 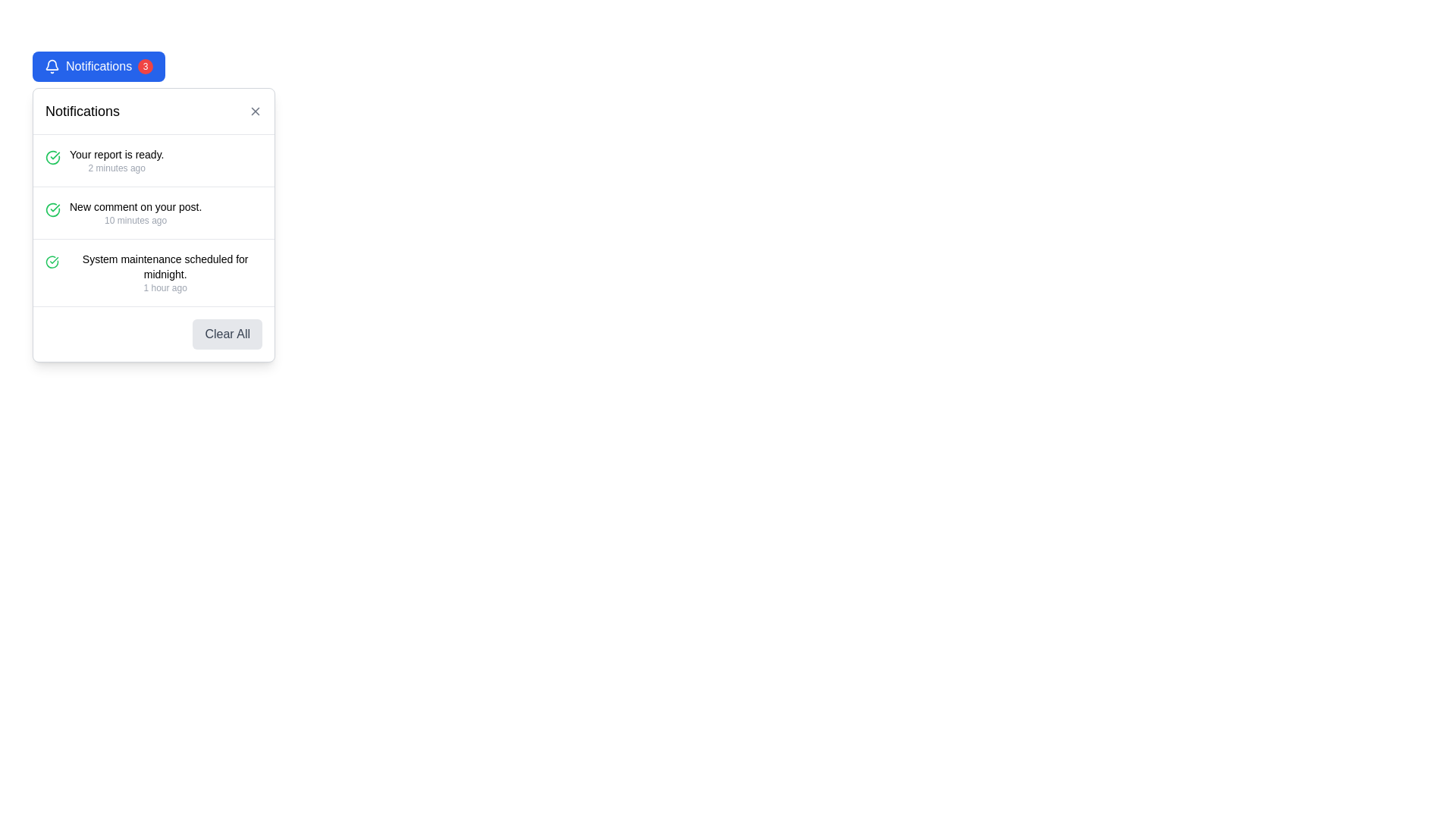 I want to click on the first notification item in the vertically ordered notification list, which is positioned directly below a green check icon, so click(x=116, y=161).